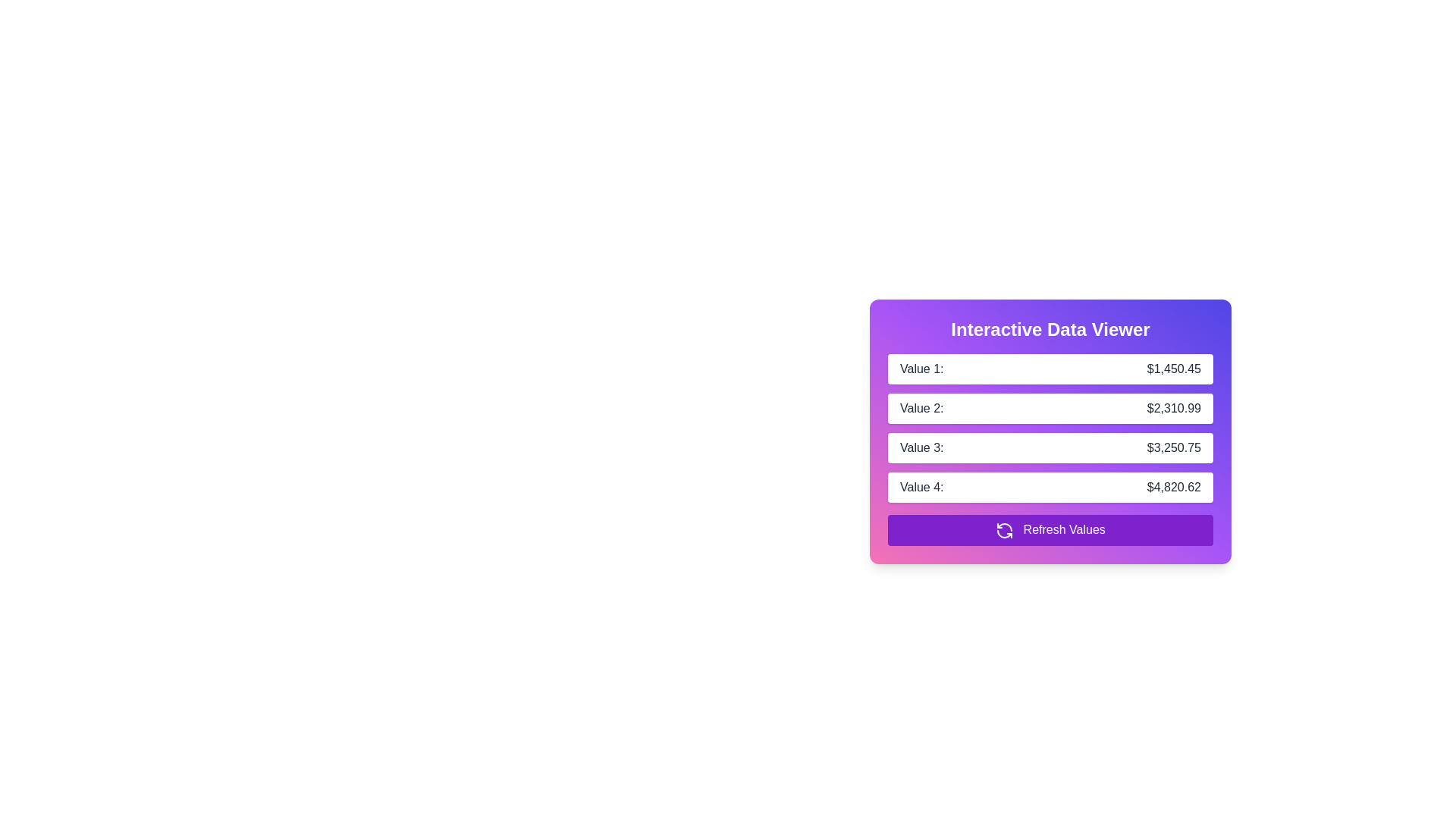  Describe the element at coordinates (1050, 488) in the screenshot. I see `the Data Row element displaying 'Value 4:' and '$4,820.62' in the Interactive Data Viewer, which has a white background and rounded corners` at that location.